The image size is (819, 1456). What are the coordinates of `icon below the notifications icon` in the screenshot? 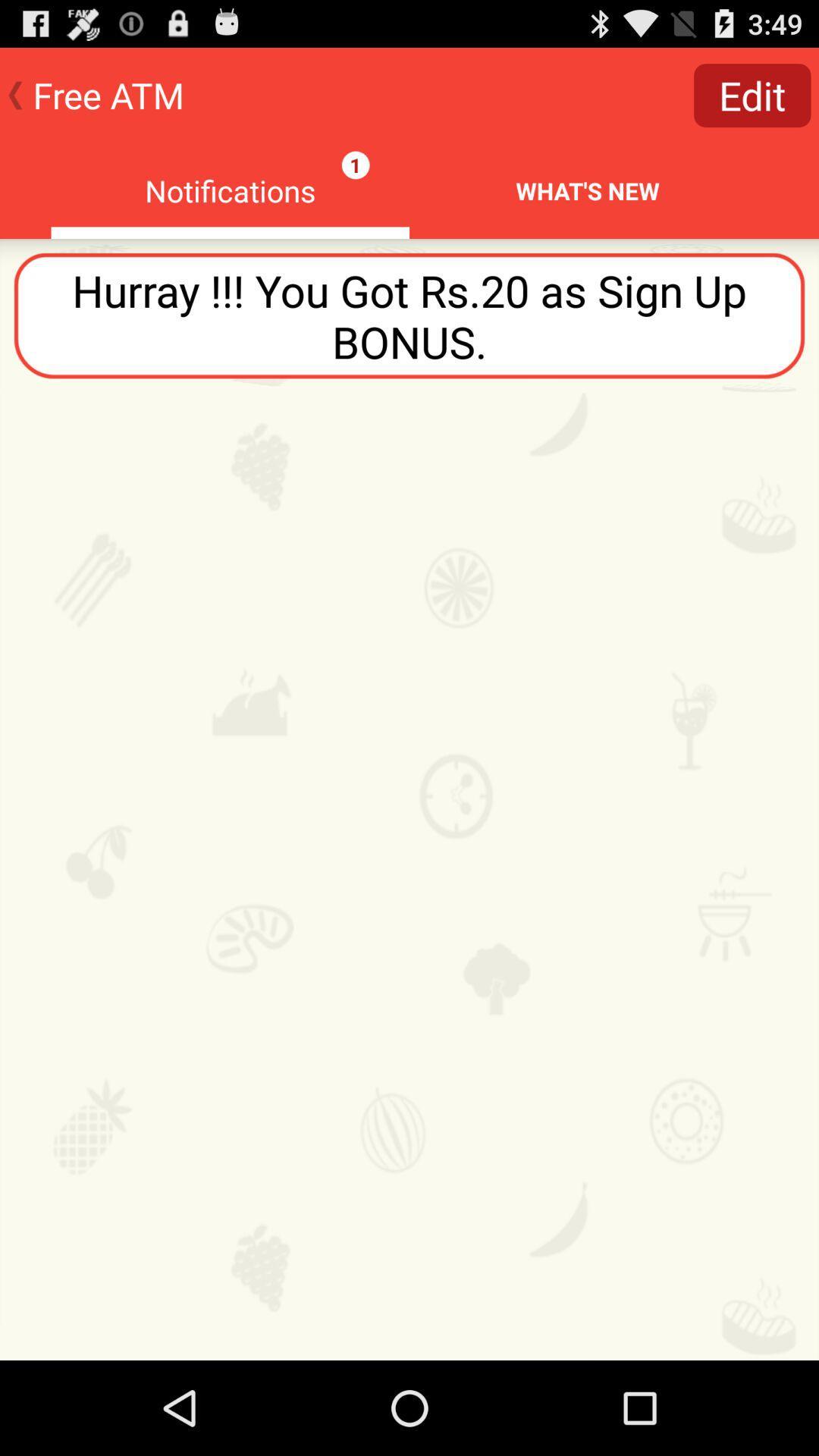 It's located at (409, 315).